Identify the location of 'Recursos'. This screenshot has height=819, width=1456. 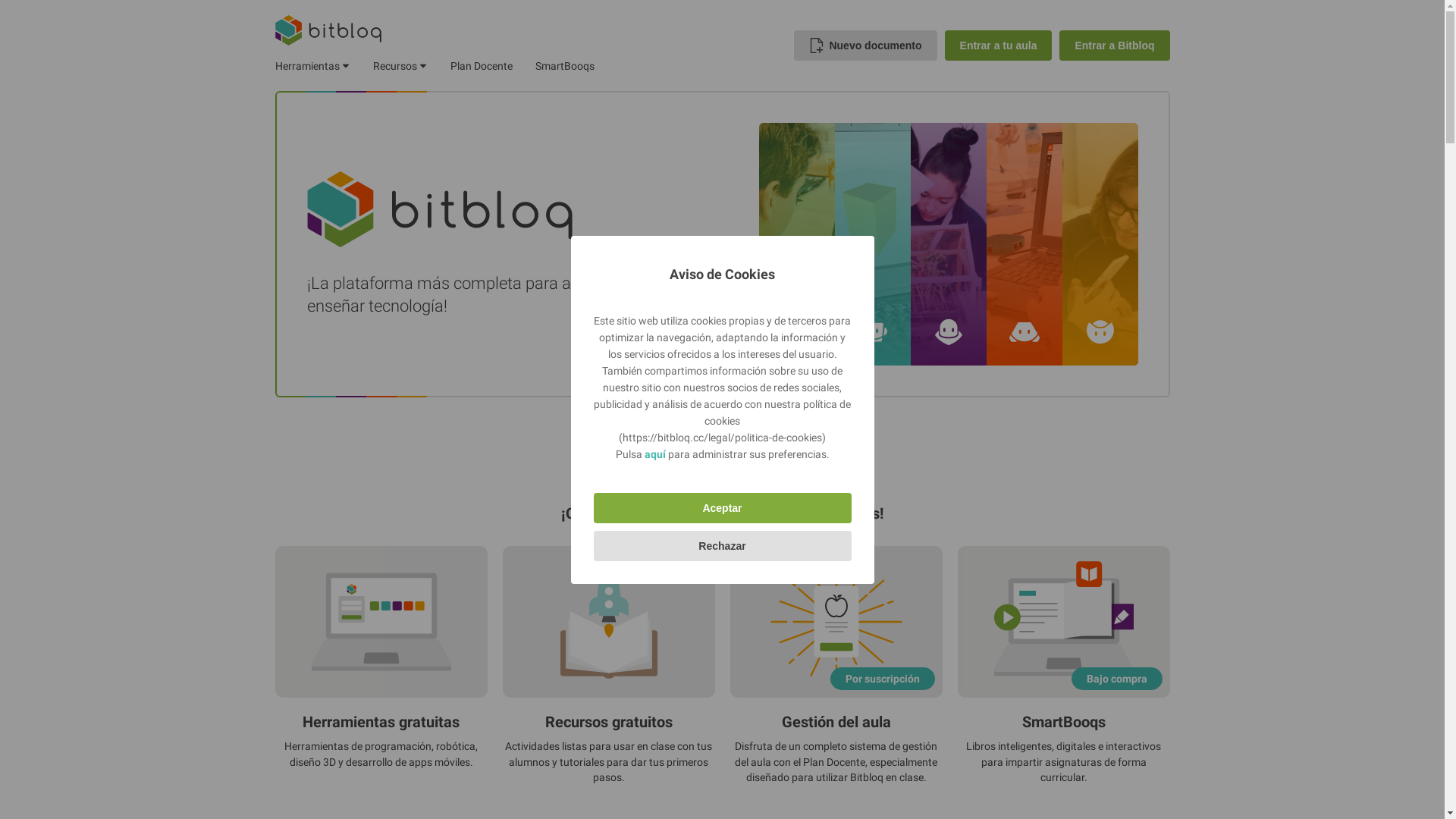
(400, 65).